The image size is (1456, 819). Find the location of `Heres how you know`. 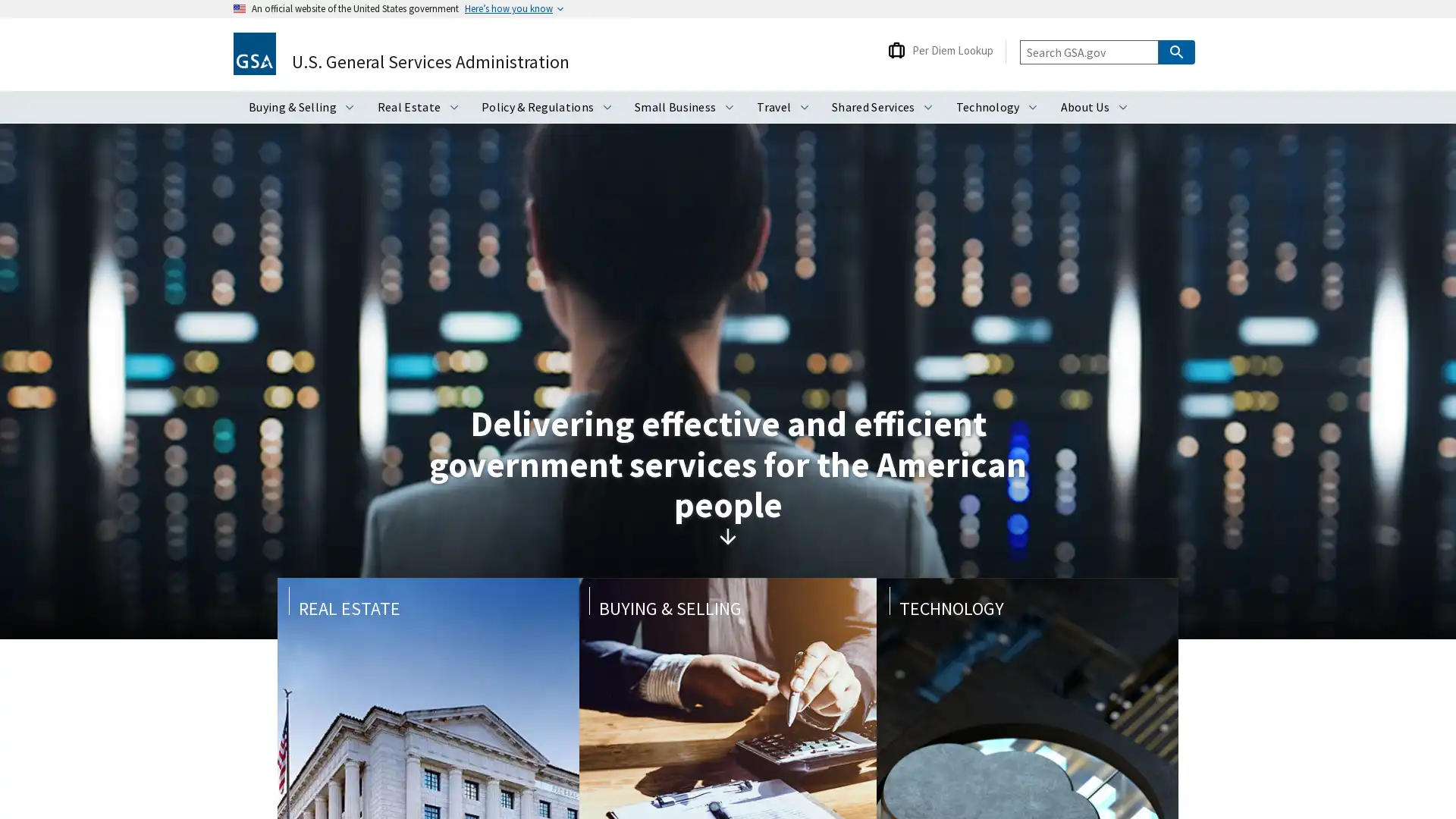

Heres how you know is located at coordinates (509, 8).